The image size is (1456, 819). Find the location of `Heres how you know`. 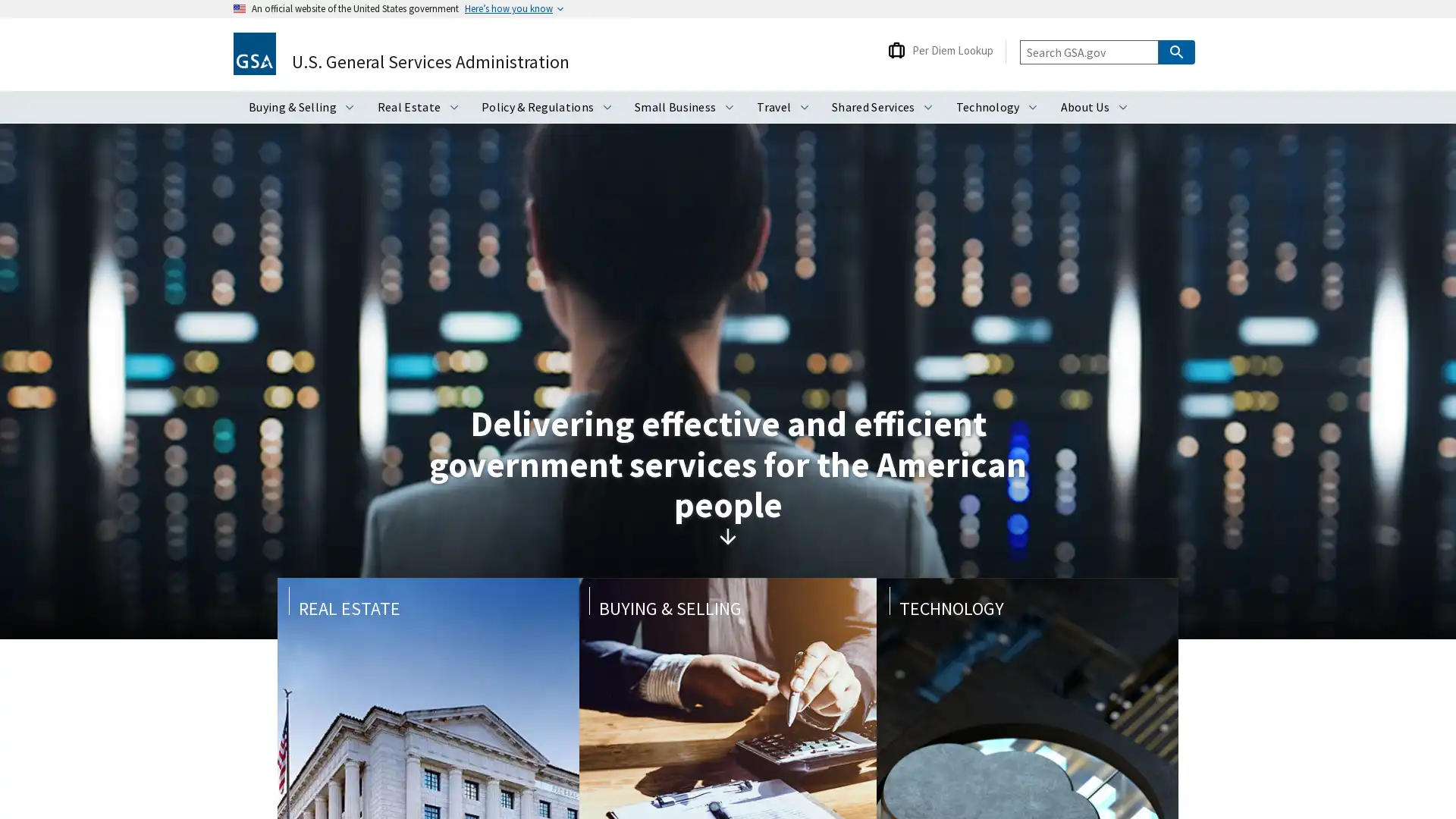

Heres how you know is located at coordinates (509, 8).